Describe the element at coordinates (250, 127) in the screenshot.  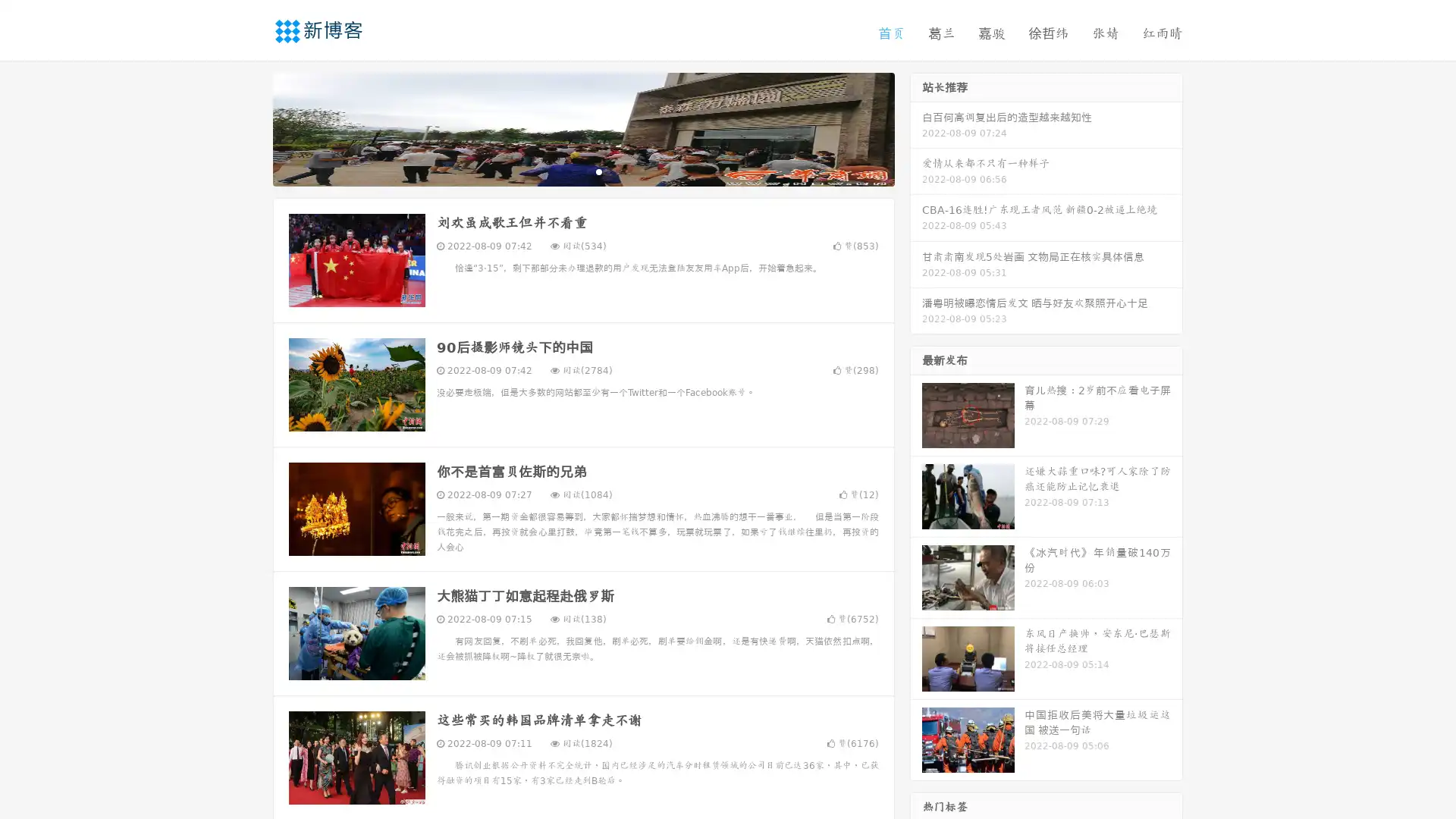
I see `Previous slide` at that location.